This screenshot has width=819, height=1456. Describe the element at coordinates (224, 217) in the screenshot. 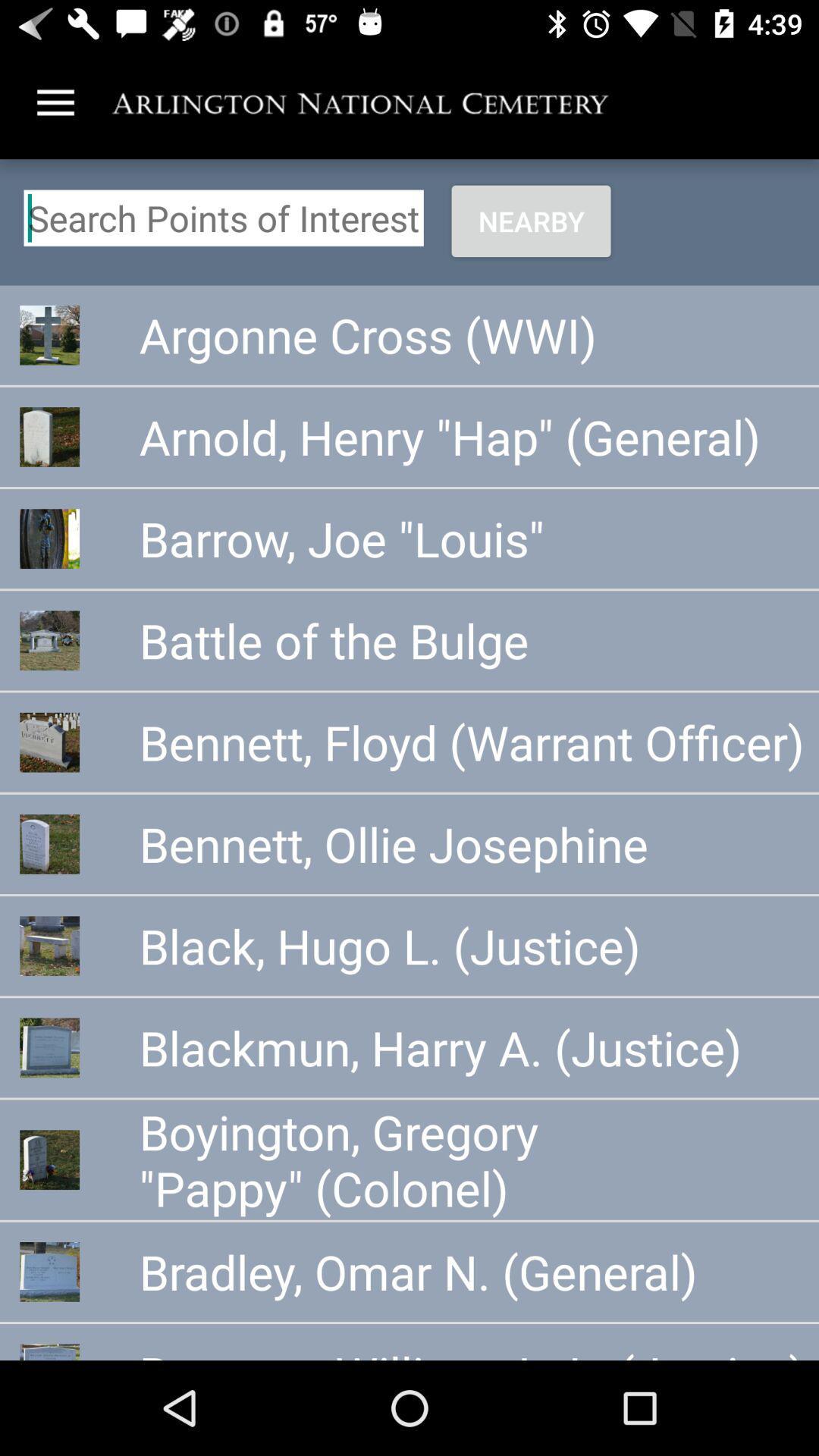

I see `search points of interest` at that location.